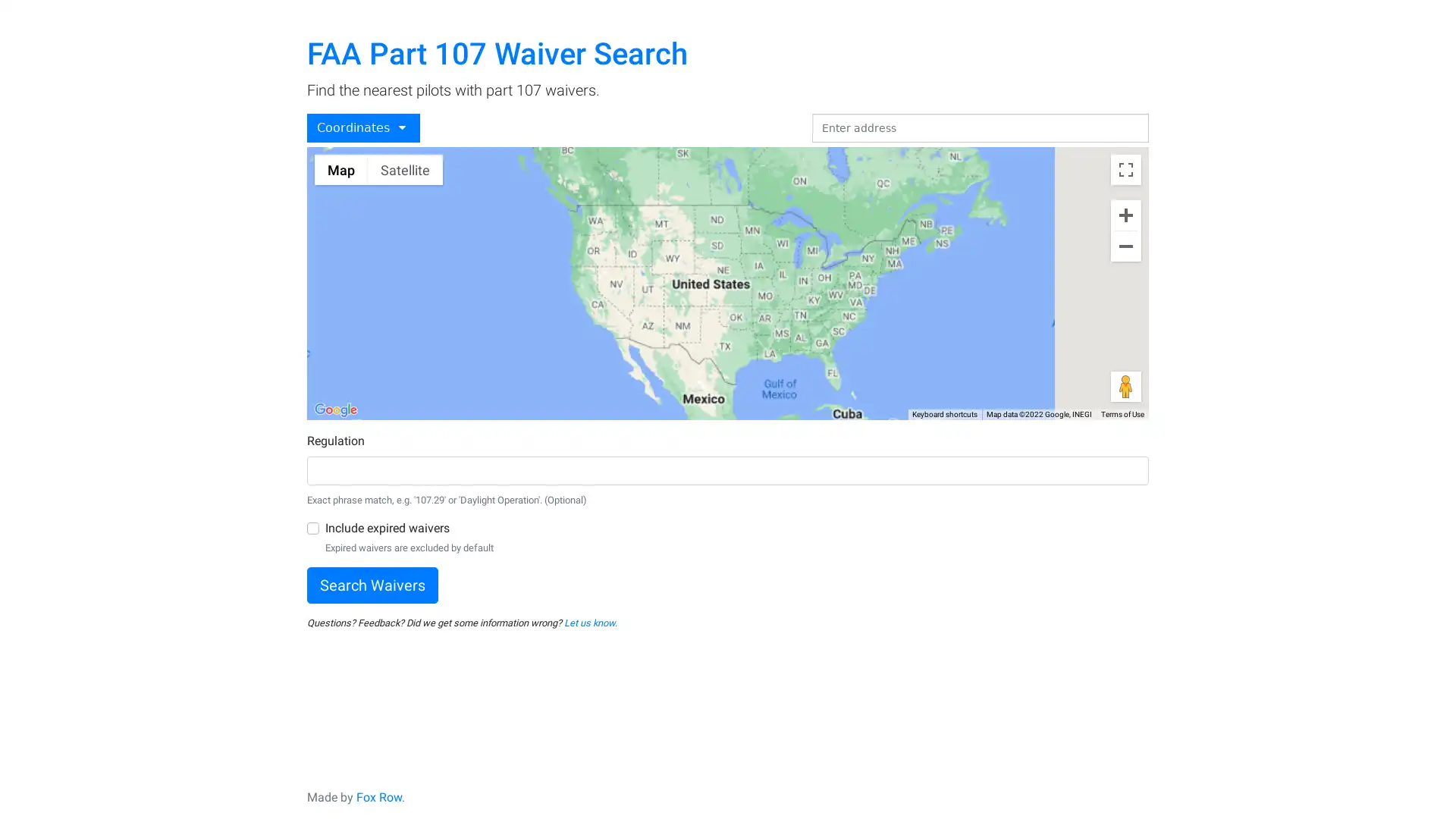  I want to click on Zoom out, so click(1125, 245).